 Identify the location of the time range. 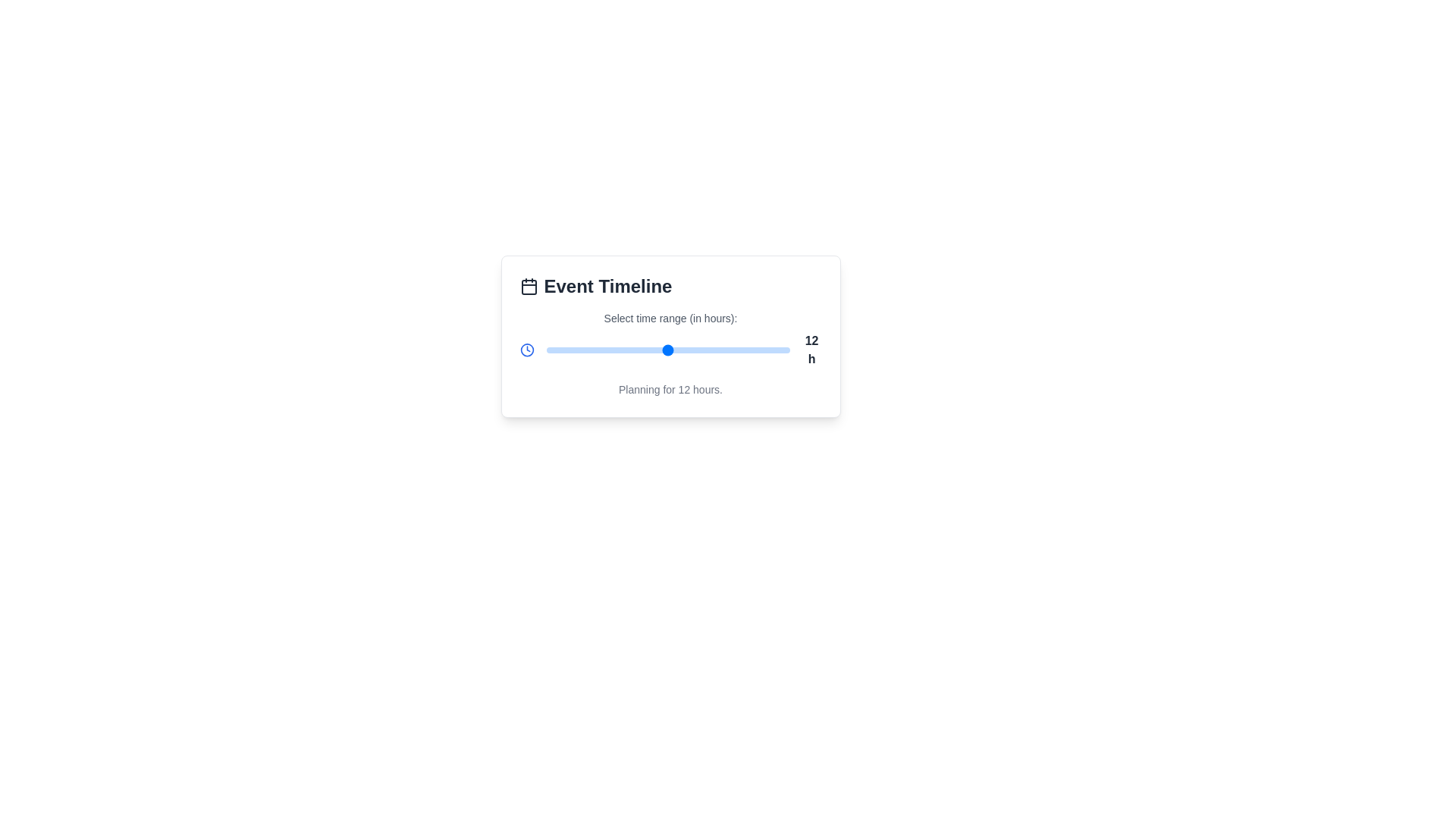
(546, 350).